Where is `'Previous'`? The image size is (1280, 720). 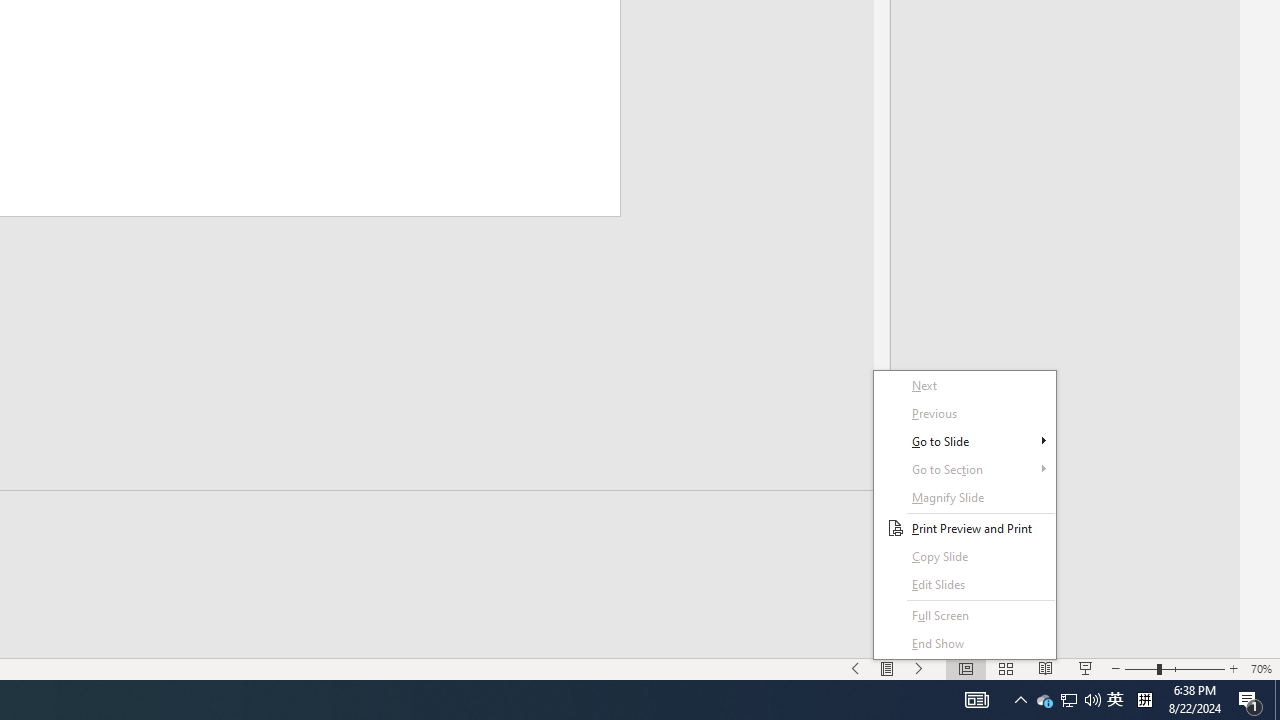
'Previous' is located at coordinates (965, 412).